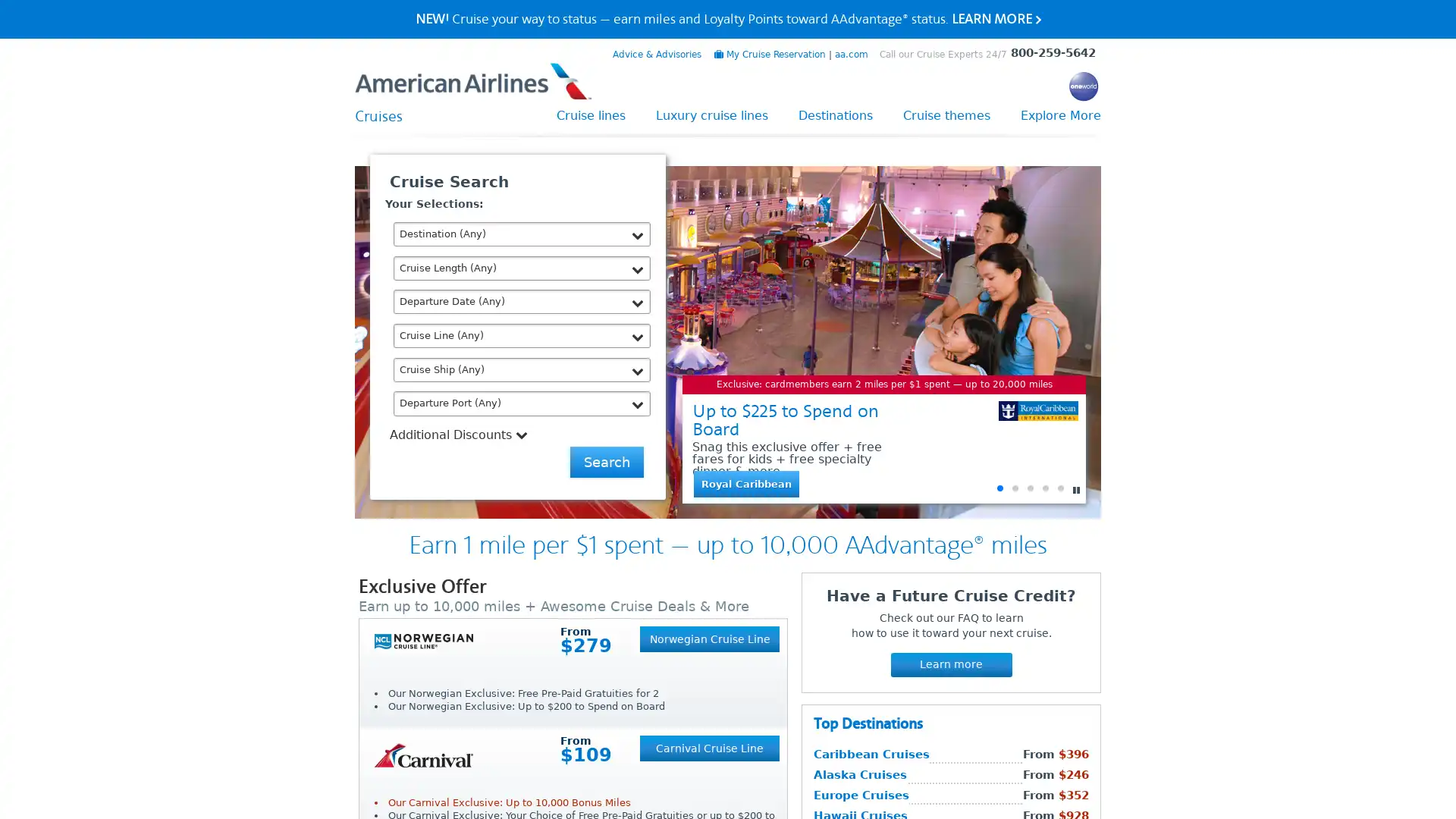  Describe the element at coordinates (946, 114) in the screenshot. I see `Cruise themes` at that location.